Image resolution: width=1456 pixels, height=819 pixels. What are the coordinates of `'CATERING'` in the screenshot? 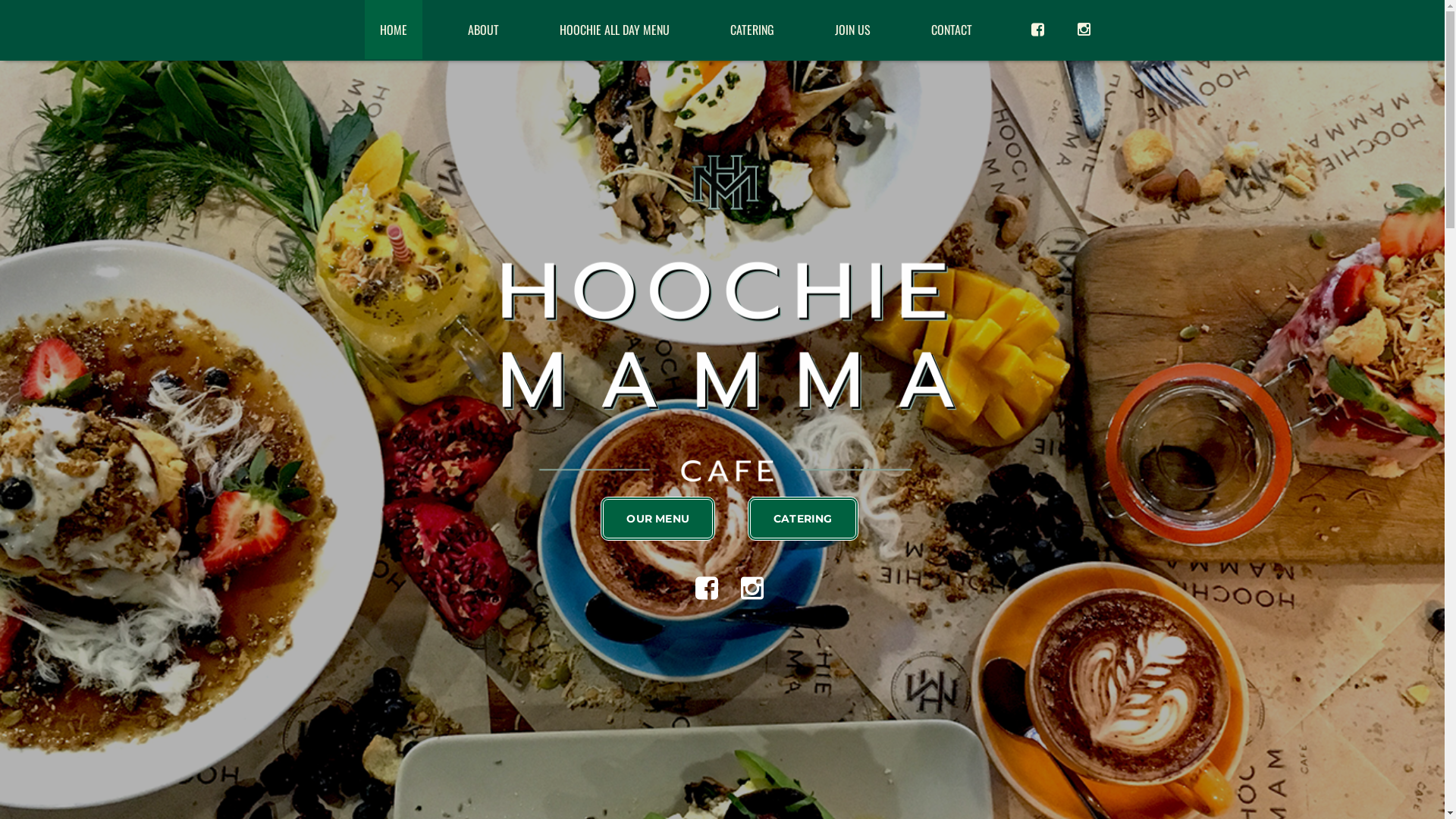 It's located at (802, 517).